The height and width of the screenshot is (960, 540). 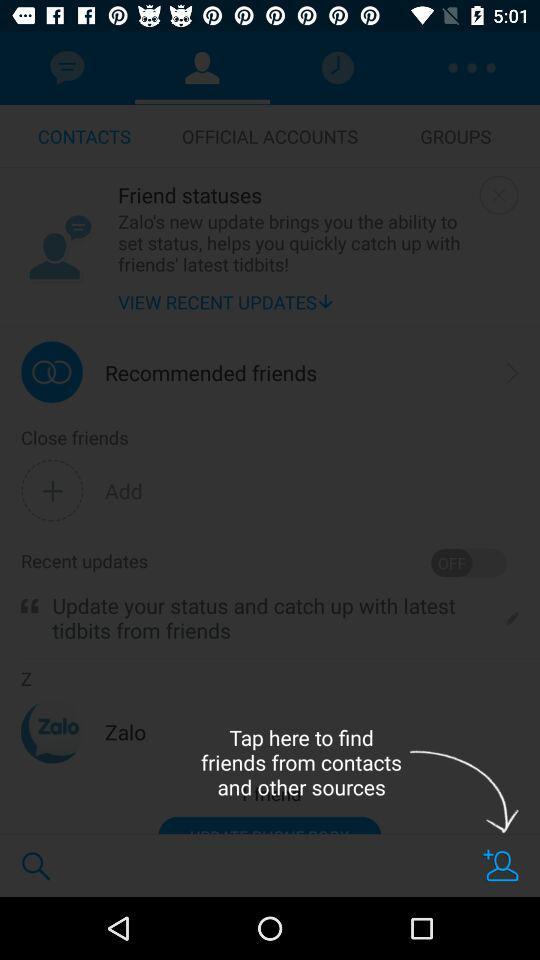 What do you see at coordinates (498, 195) in the screenshot?
I see `the item next to friend statuses icon` at bounding box center [498, 195].